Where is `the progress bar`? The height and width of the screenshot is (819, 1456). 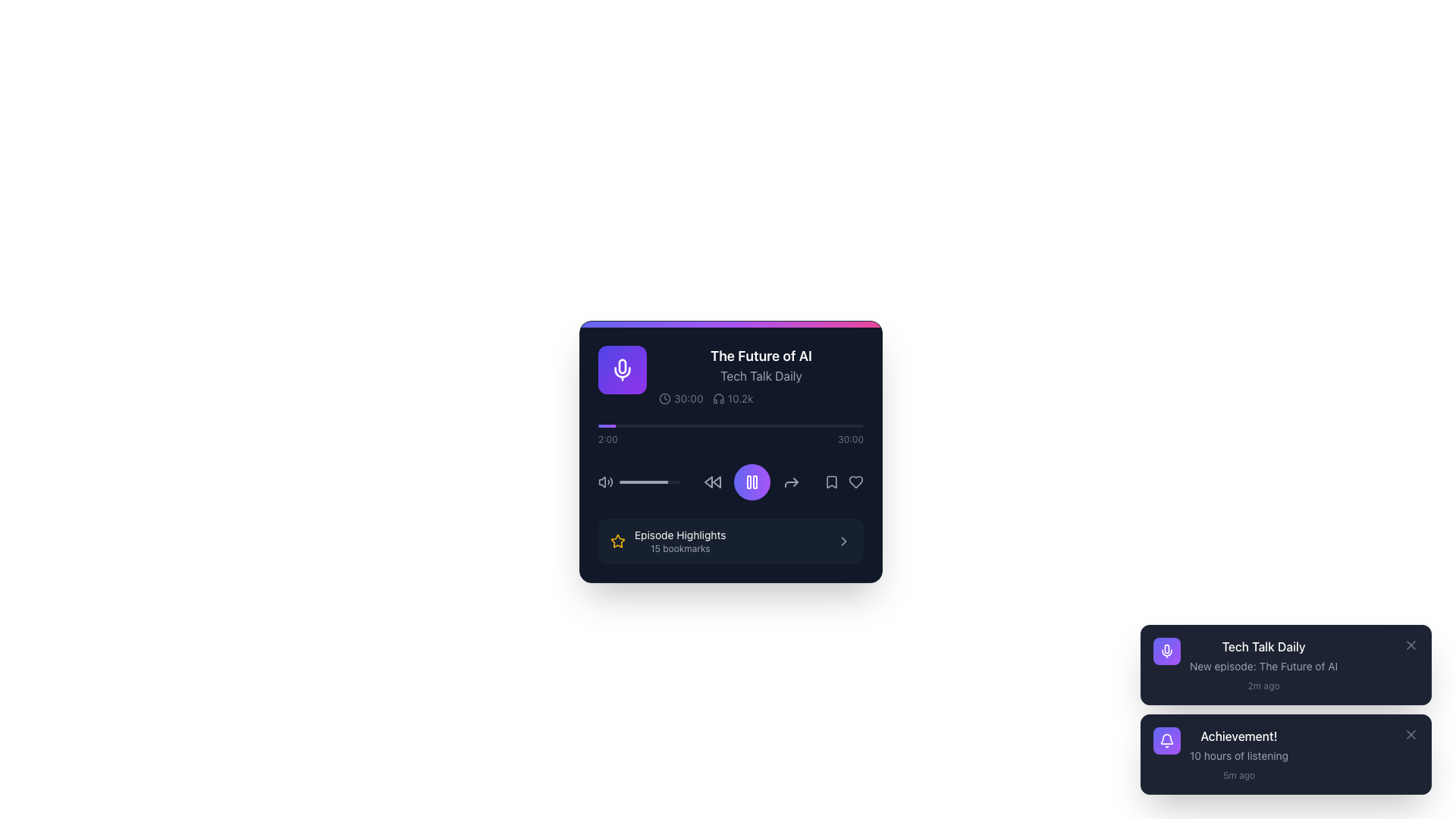 the progress bar is located at coordinates (651, 482).